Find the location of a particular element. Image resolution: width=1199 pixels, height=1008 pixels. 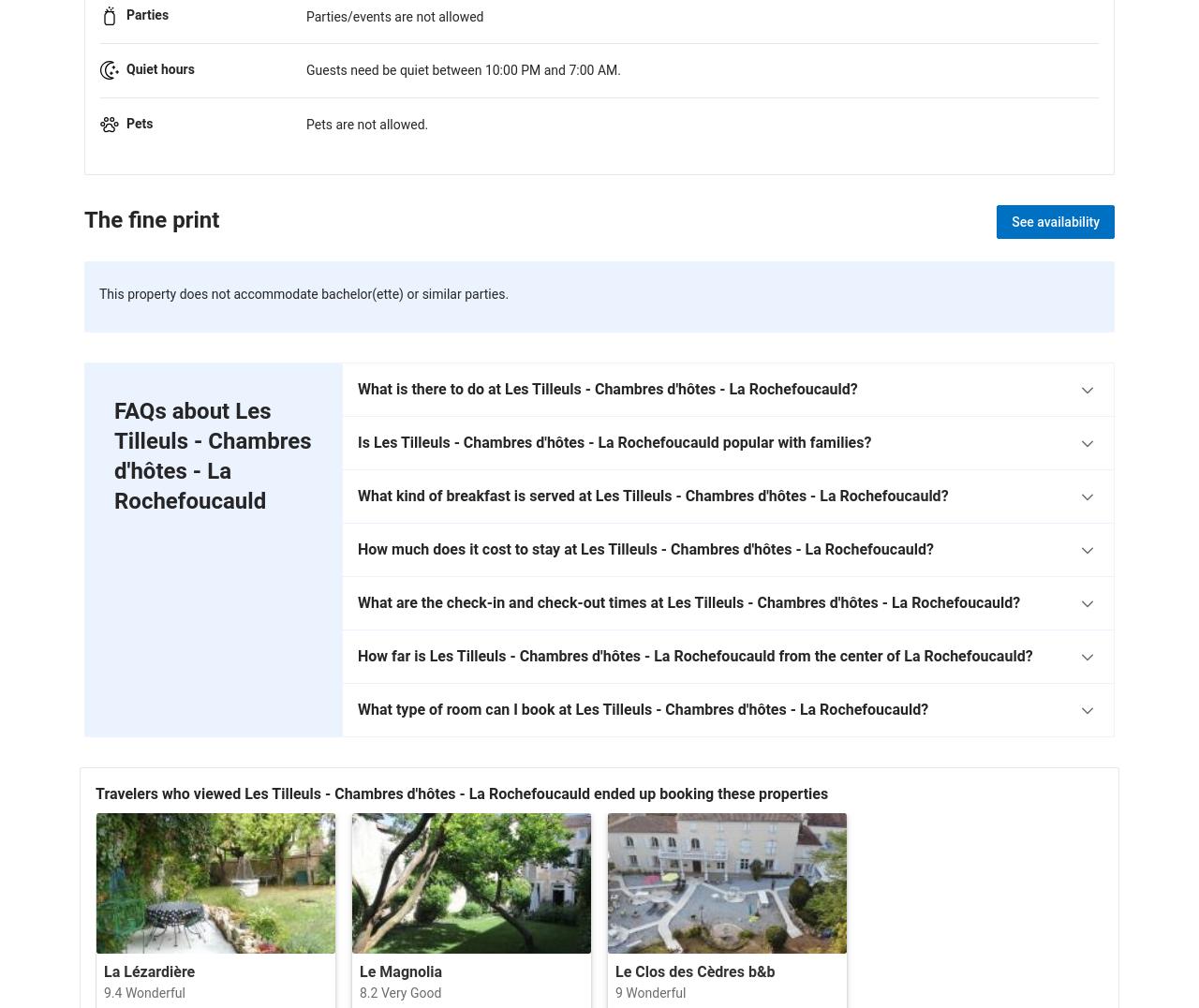

'Le Magnolia' is located at coordinates (400, 971).